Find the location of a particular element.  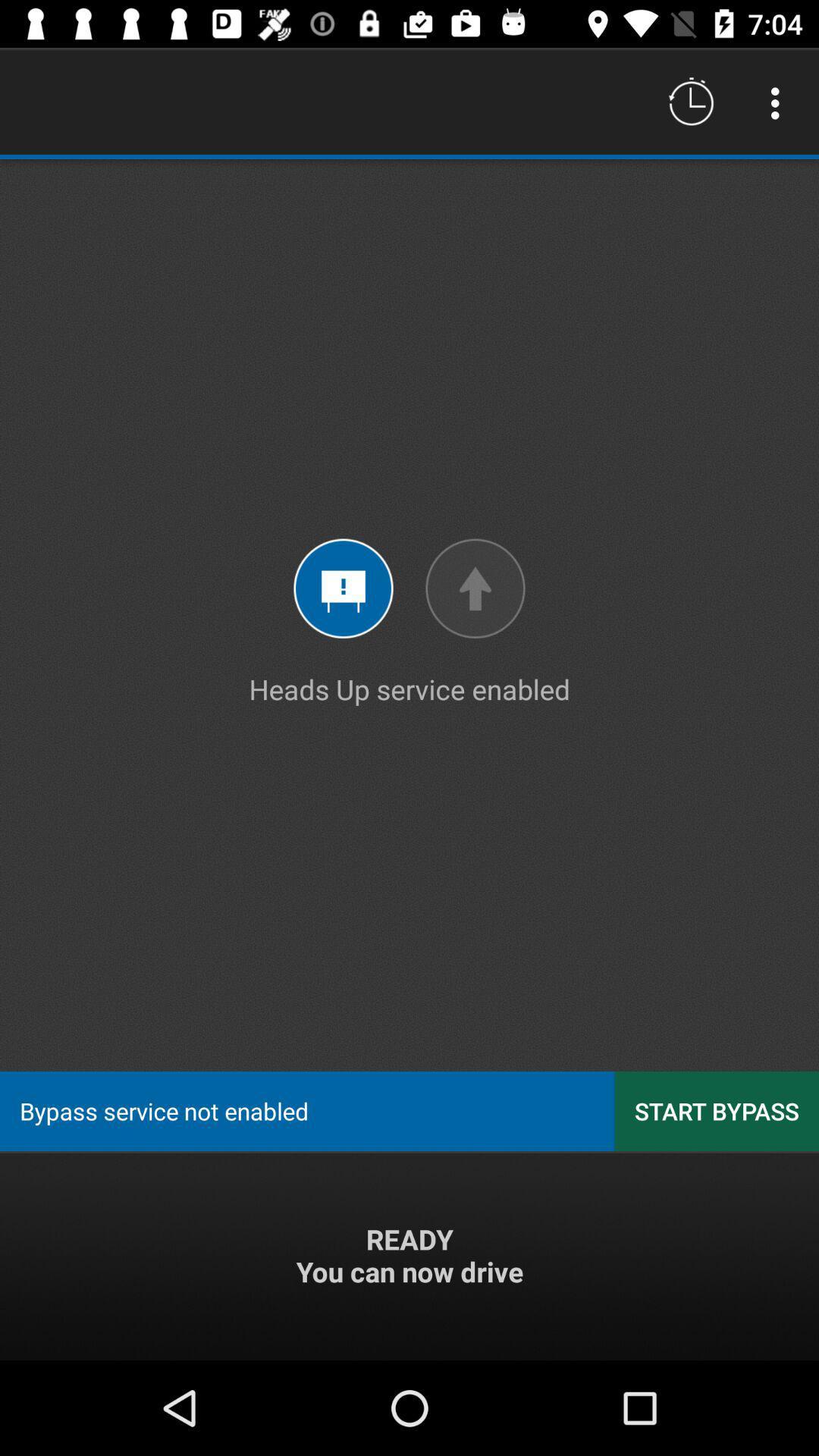

the item below the heads up service is located at coordinates (717, 1111).